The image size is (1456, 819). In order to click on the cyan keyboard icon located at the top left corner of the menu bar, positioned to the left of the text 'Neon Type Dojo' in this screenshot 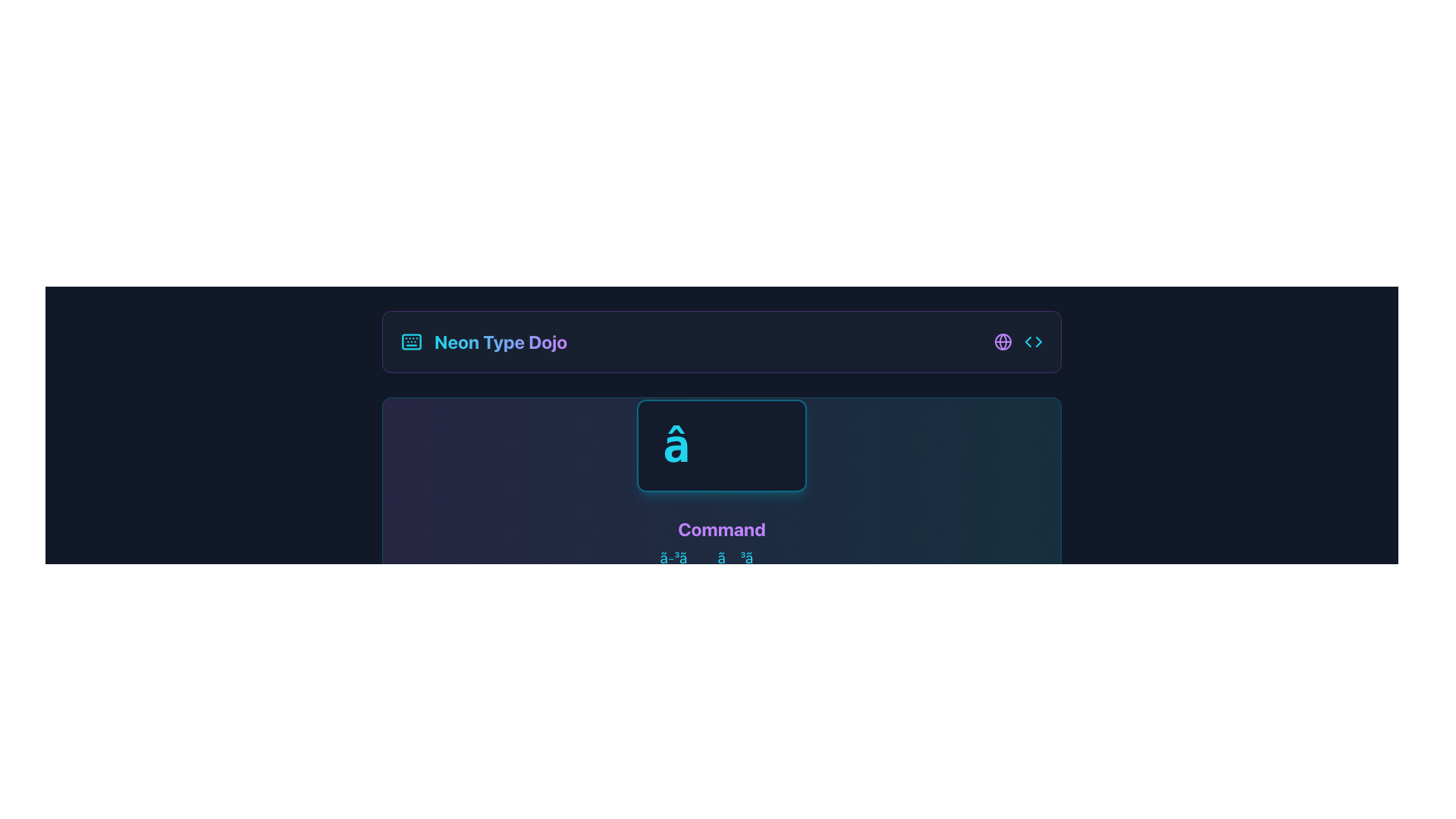, I will do `click(411, 342)`.